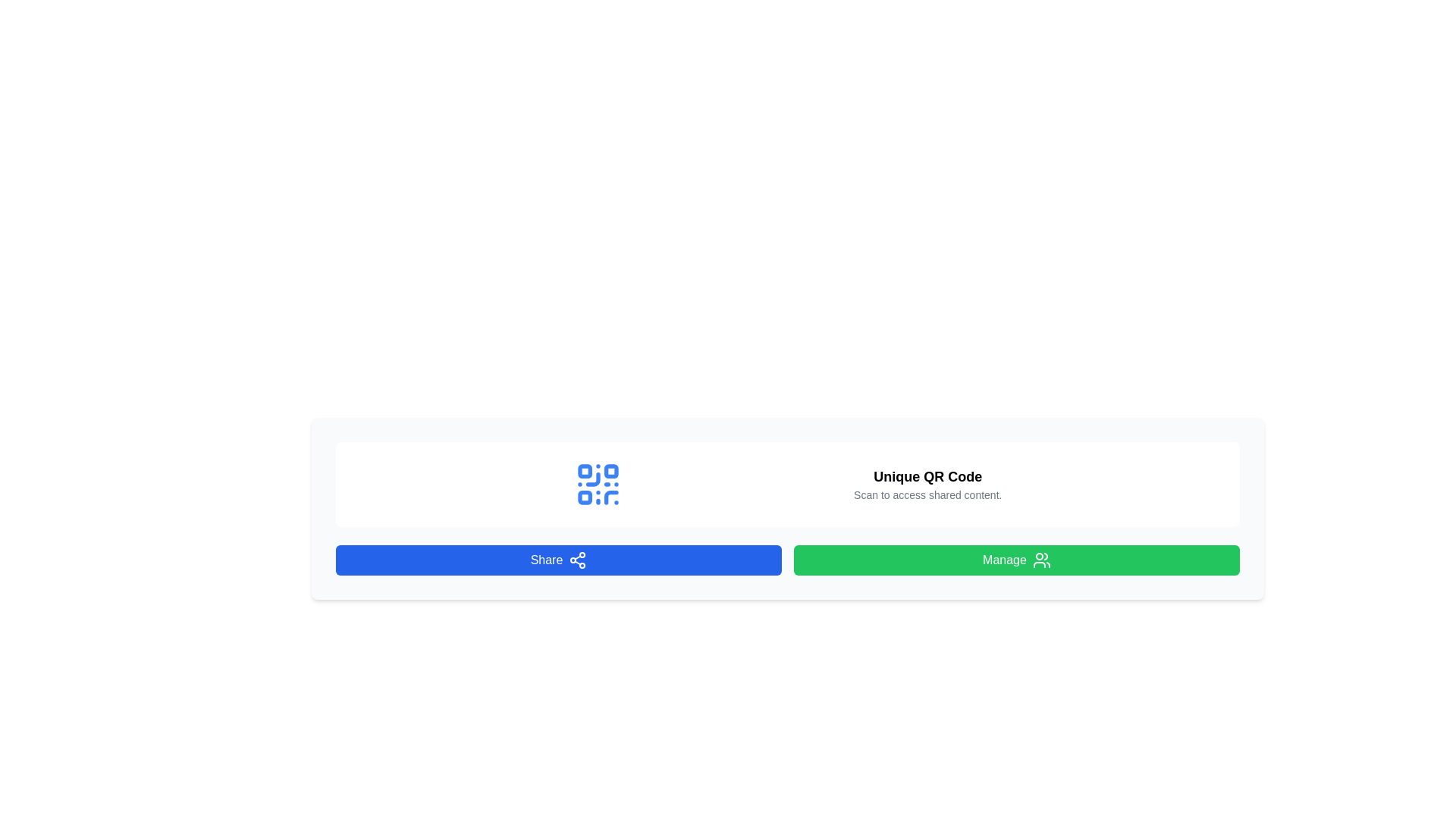 The height and width of the screenshot is (819, 1456). What do you see at coordinates (1040, 560) in the screenshot?
I see `the 'Manage' button which is visually represented with an icon for 'Management' or 'Users' located at the right end of the button` at bounding box center [1040, 560].